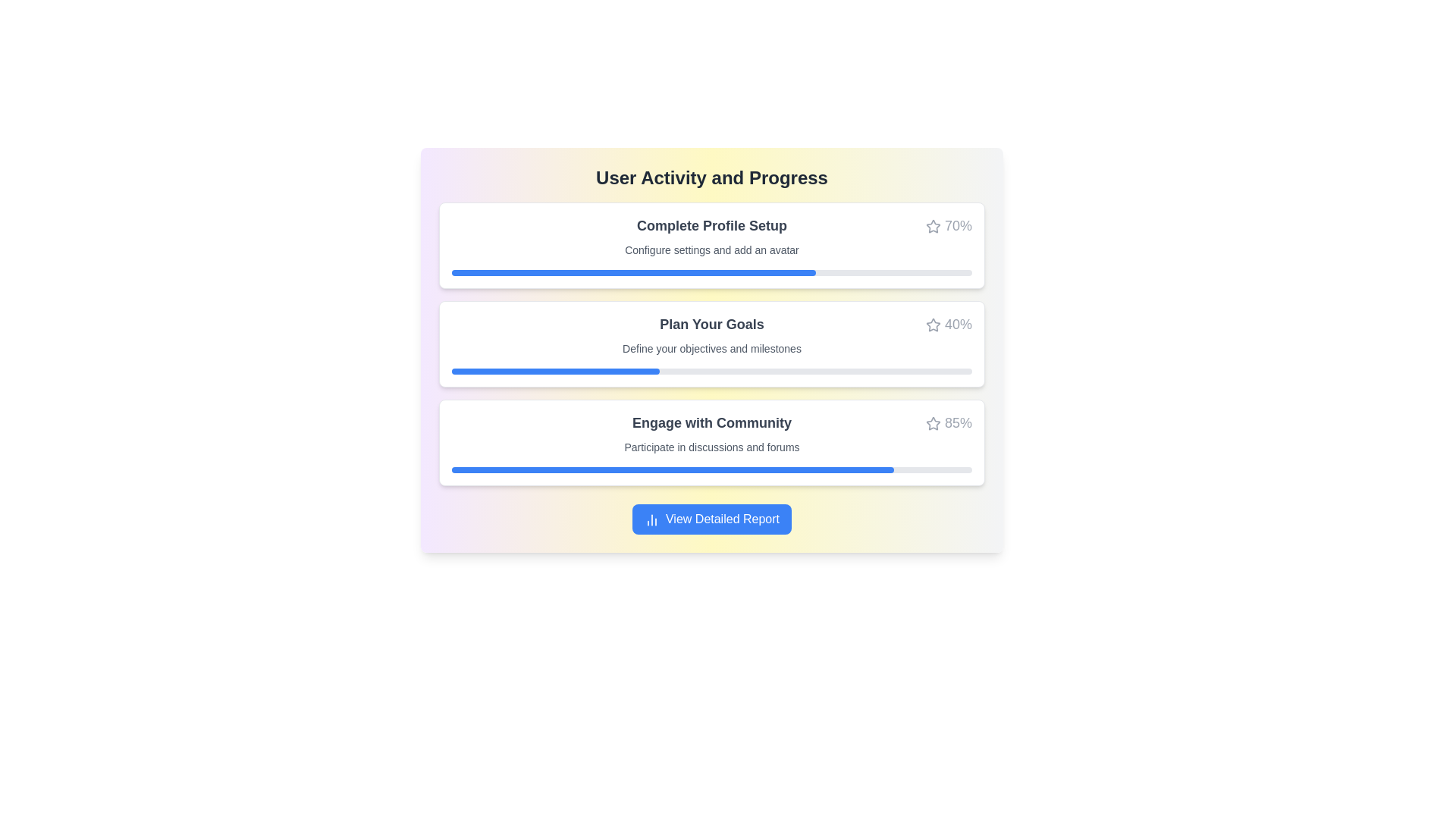 This screenshot has width=1456, height=819. What do you see at coordinates (711, 519) in the screenshot?
I see `the rectangular blue button labeled 'View Detailed Report' that features a bar chart icon` at bounding box center [711, 519].